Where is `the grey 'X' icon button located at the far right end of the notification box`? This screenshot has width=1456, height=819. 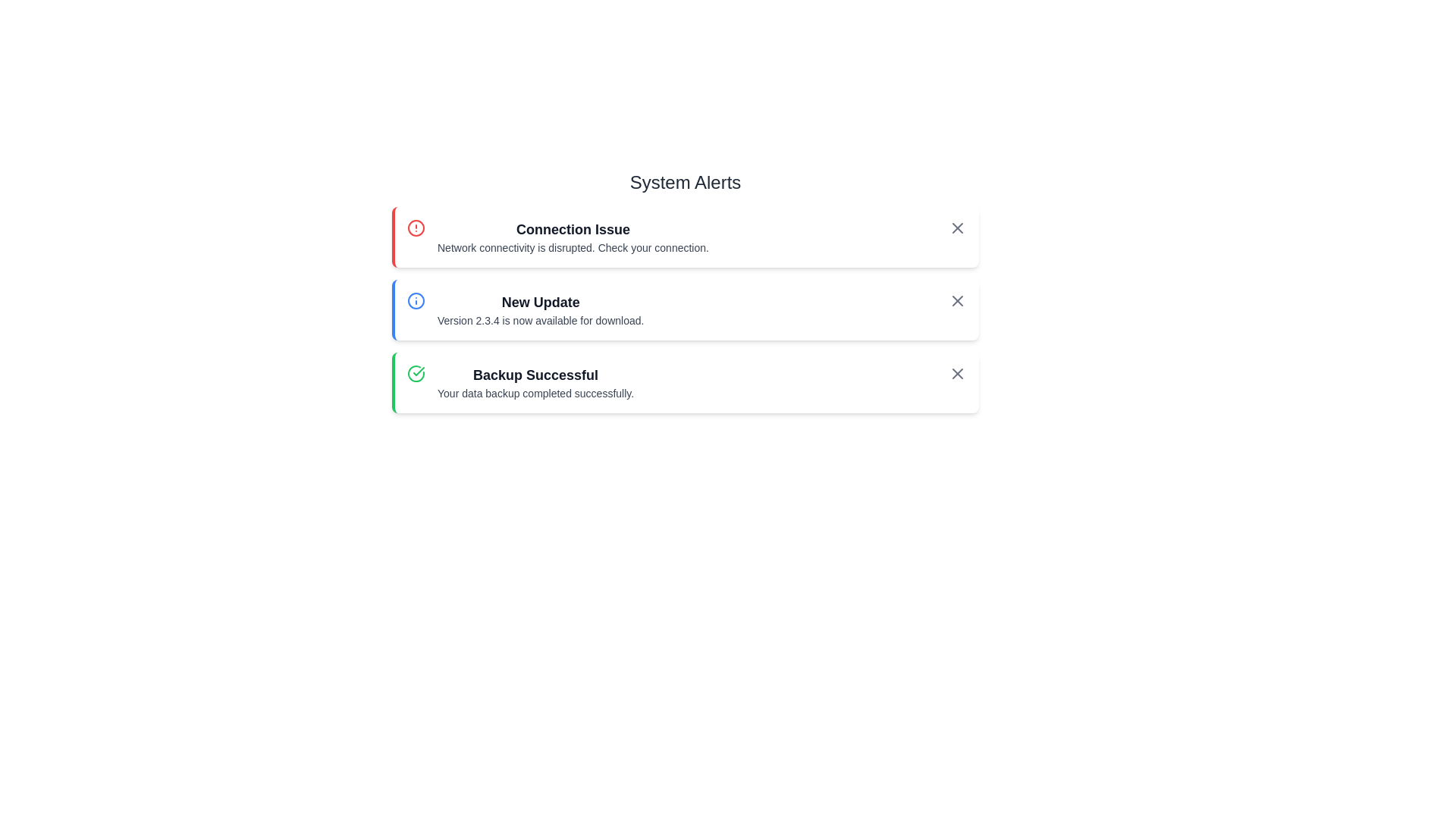
the grey 'X' icon button located at the far right end of the notification box is located at coordinates (956, 374).